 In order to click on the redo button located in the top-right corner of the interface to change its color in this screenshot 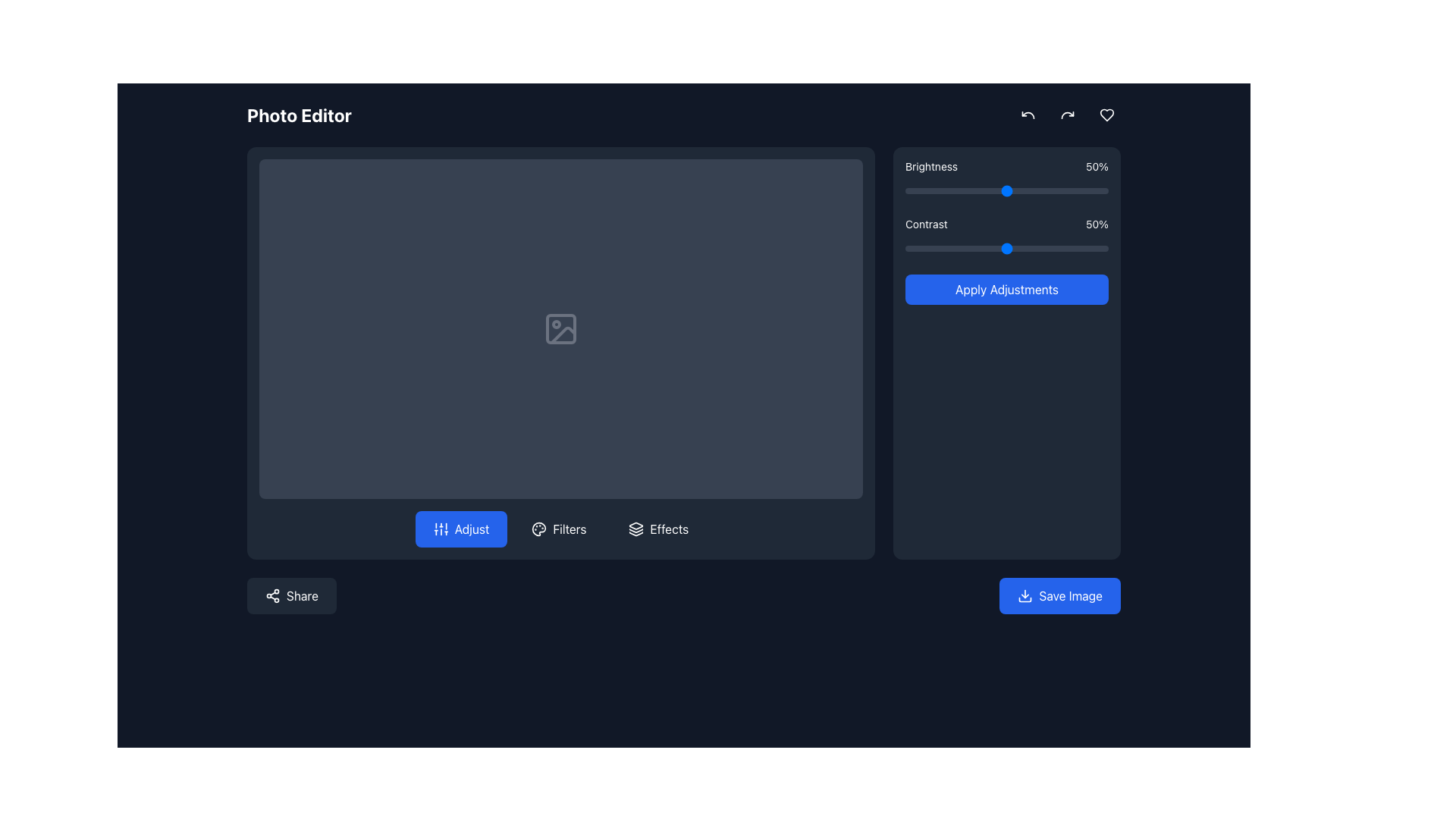, I will do `click(1066, 114)`.